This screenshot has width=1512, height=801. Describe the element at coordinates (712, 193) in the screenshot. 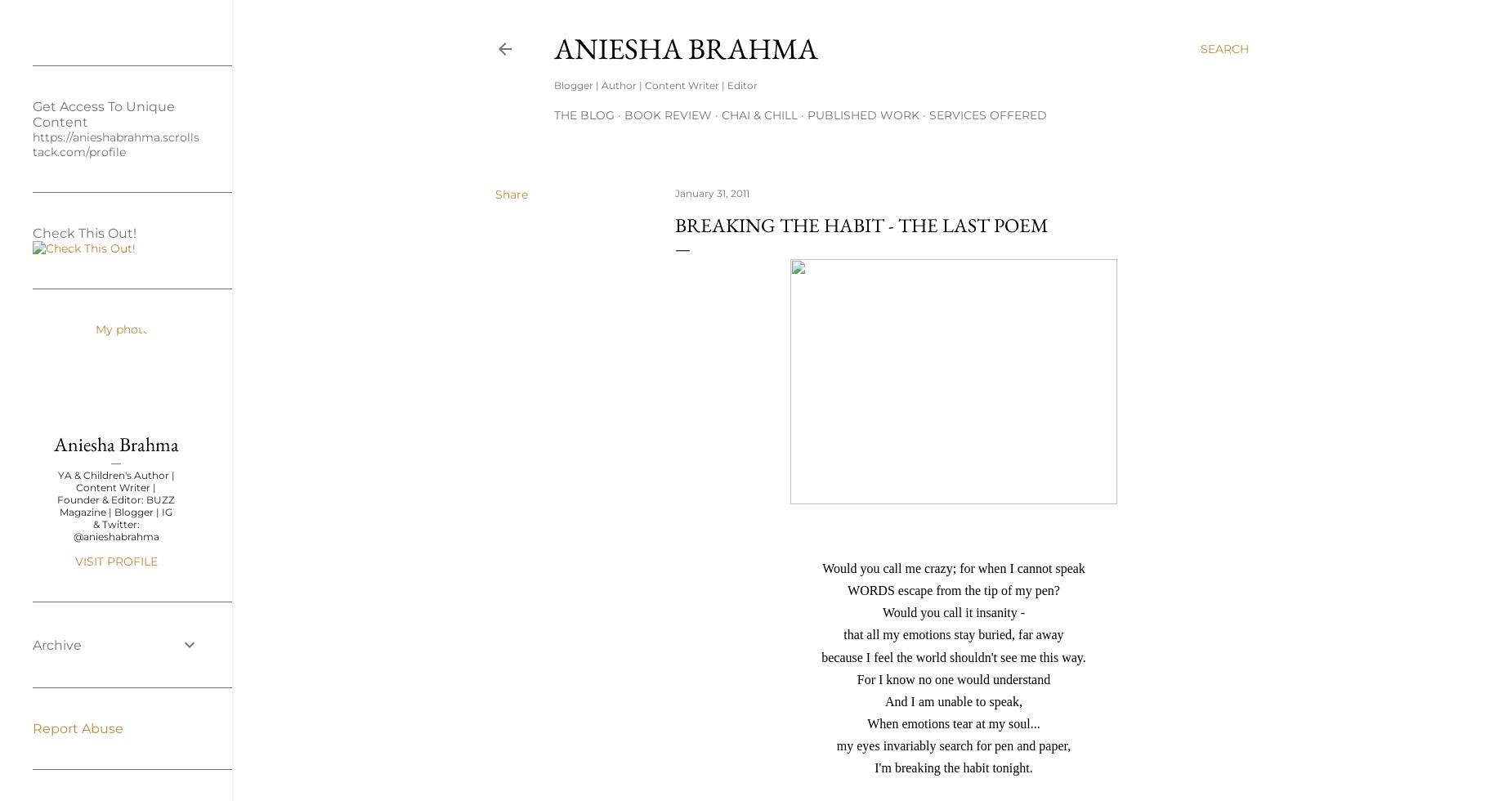

I see `'January 31, 2011'` at that location.